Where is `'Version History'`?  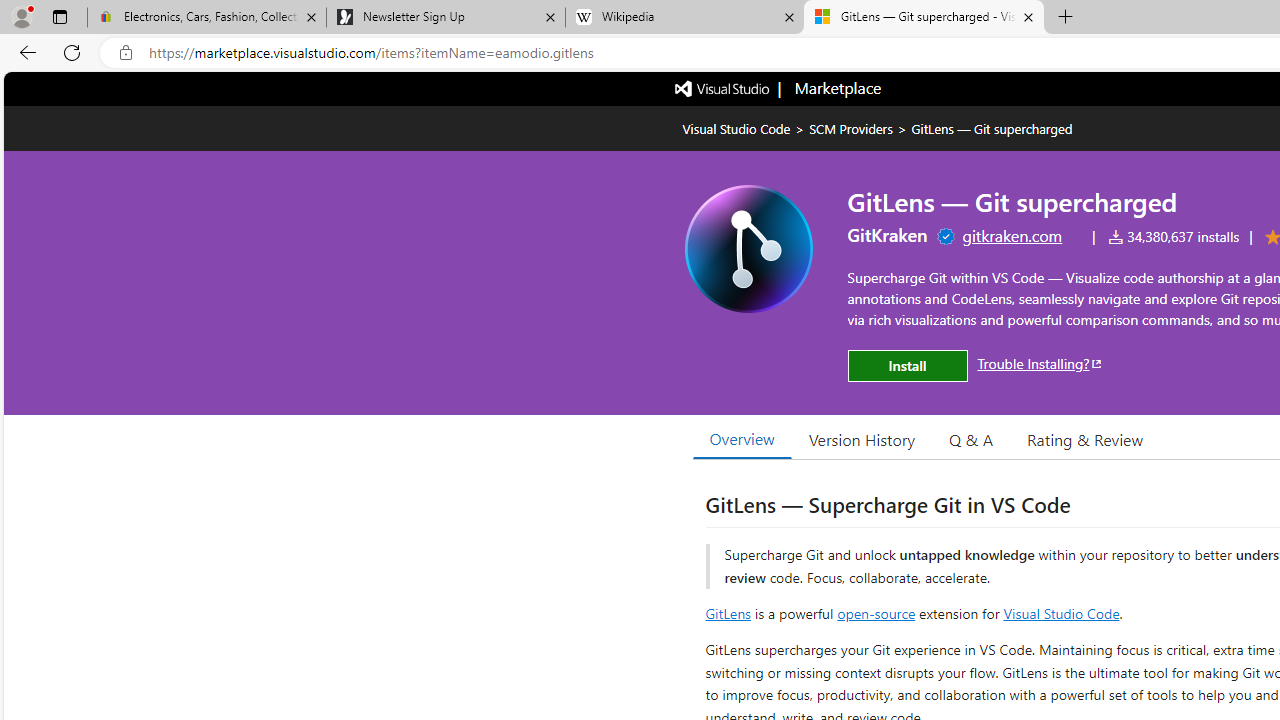 'Version History' is located at coordinates (862, 438).